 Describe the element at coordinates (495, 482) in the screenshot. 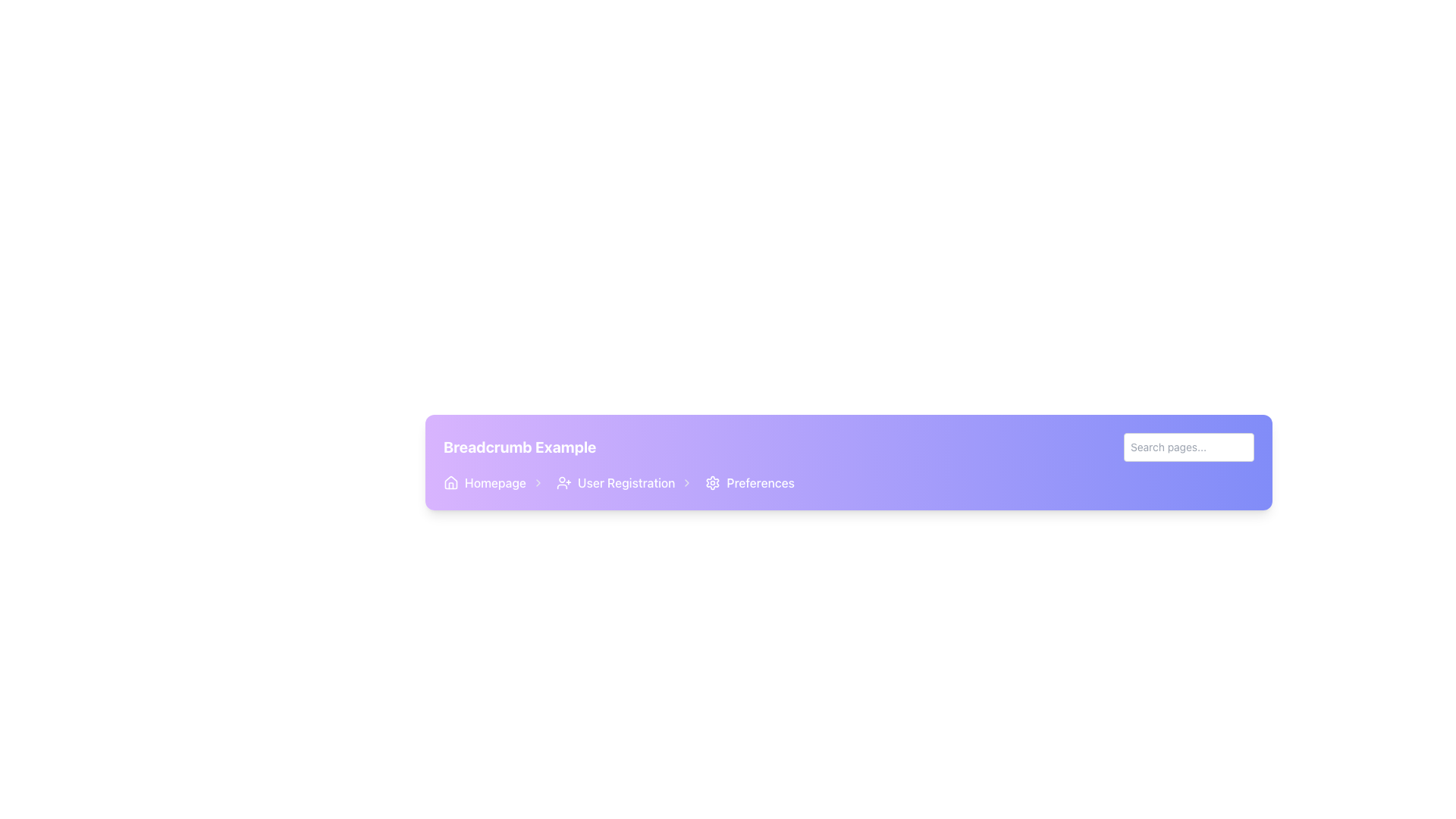

I see `the 'Homepage' text link in the breadcrumb navigation bar` at that location.